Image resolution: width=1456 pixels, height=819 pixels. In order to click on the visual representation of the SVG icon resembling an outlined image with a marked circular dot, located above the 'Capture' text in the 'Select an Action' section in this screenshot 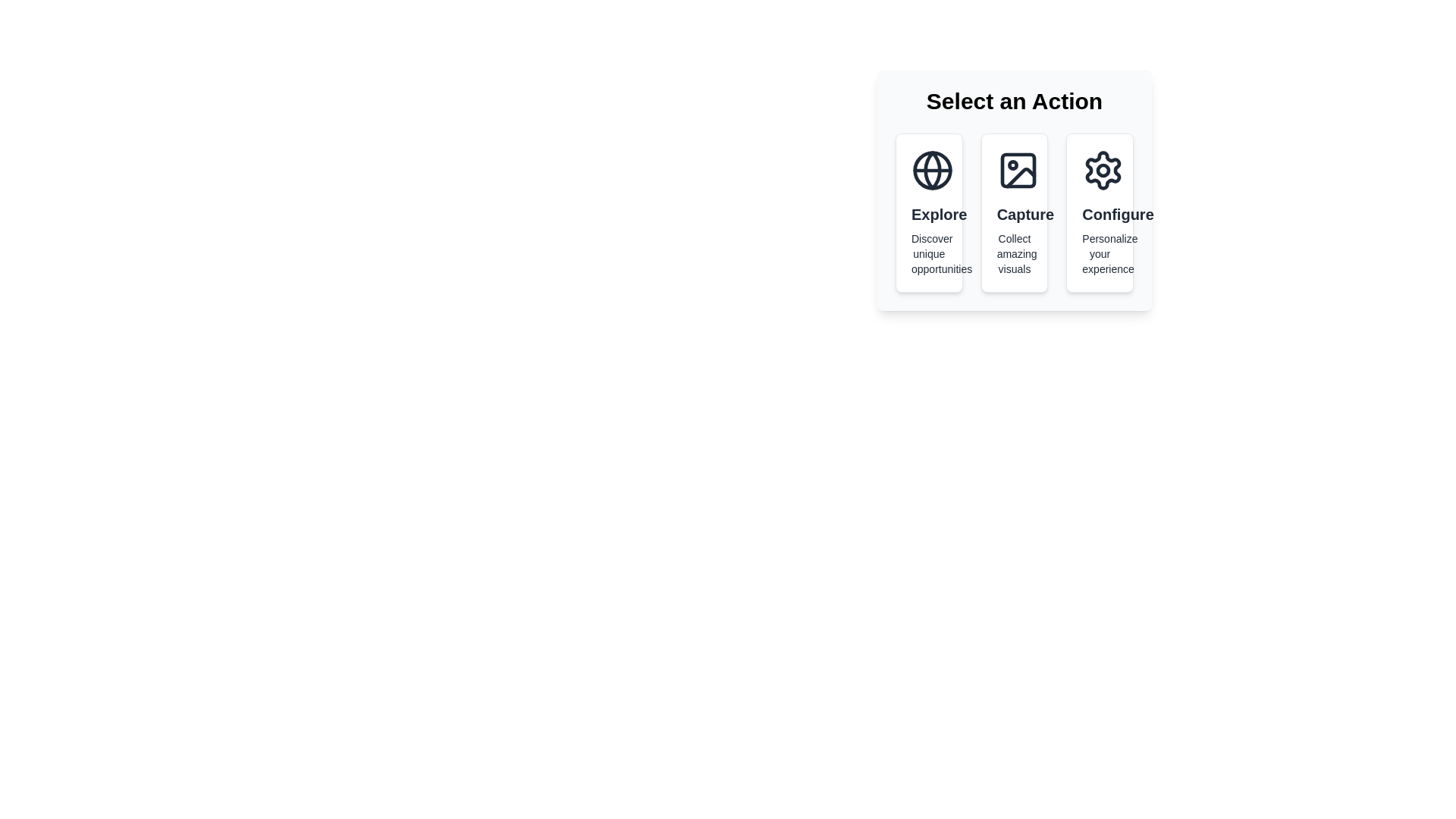, I will do `click(1018, 170)`.